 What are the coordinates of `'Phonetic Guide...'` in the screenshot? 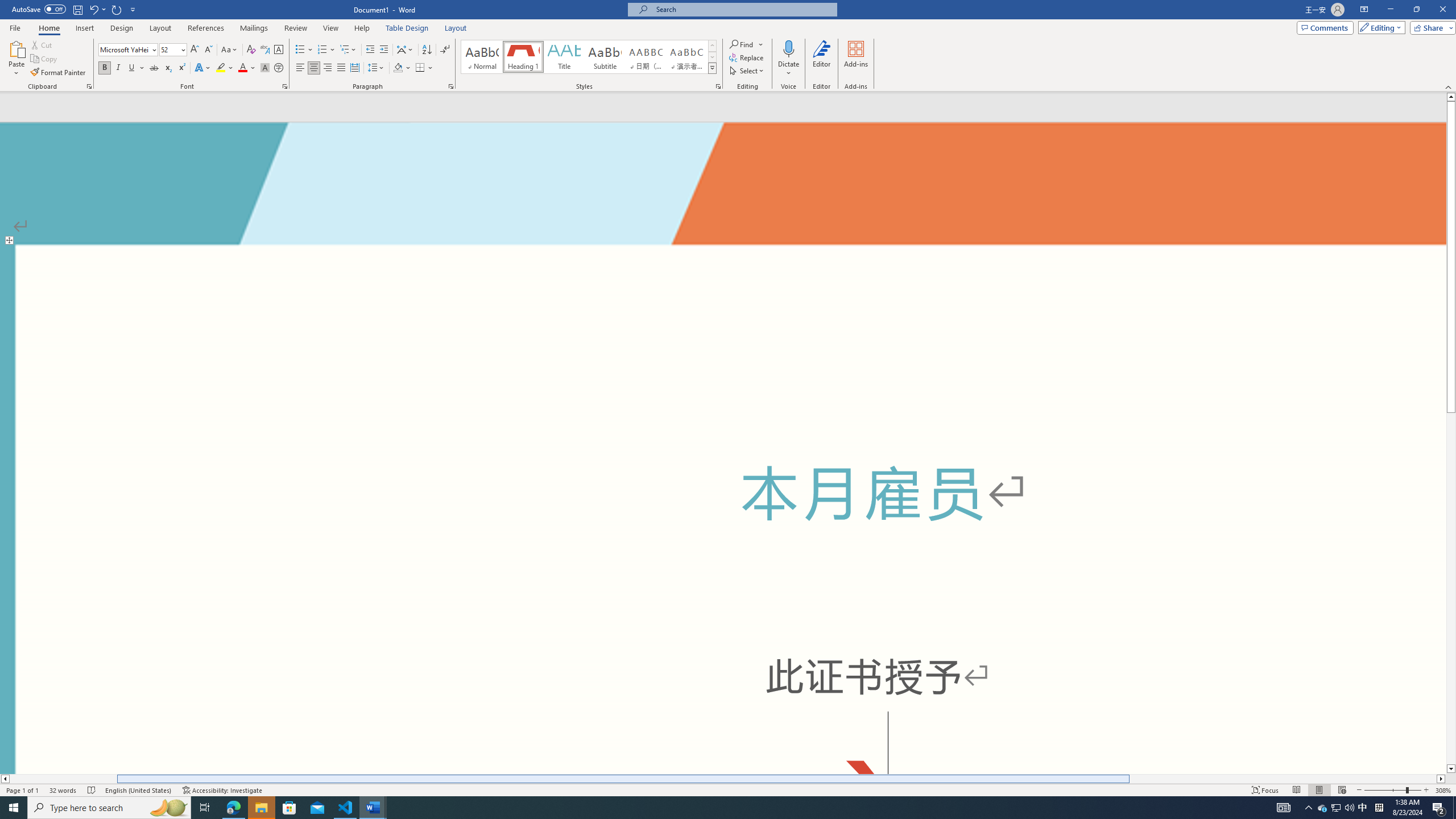 It's located at (264, 49).